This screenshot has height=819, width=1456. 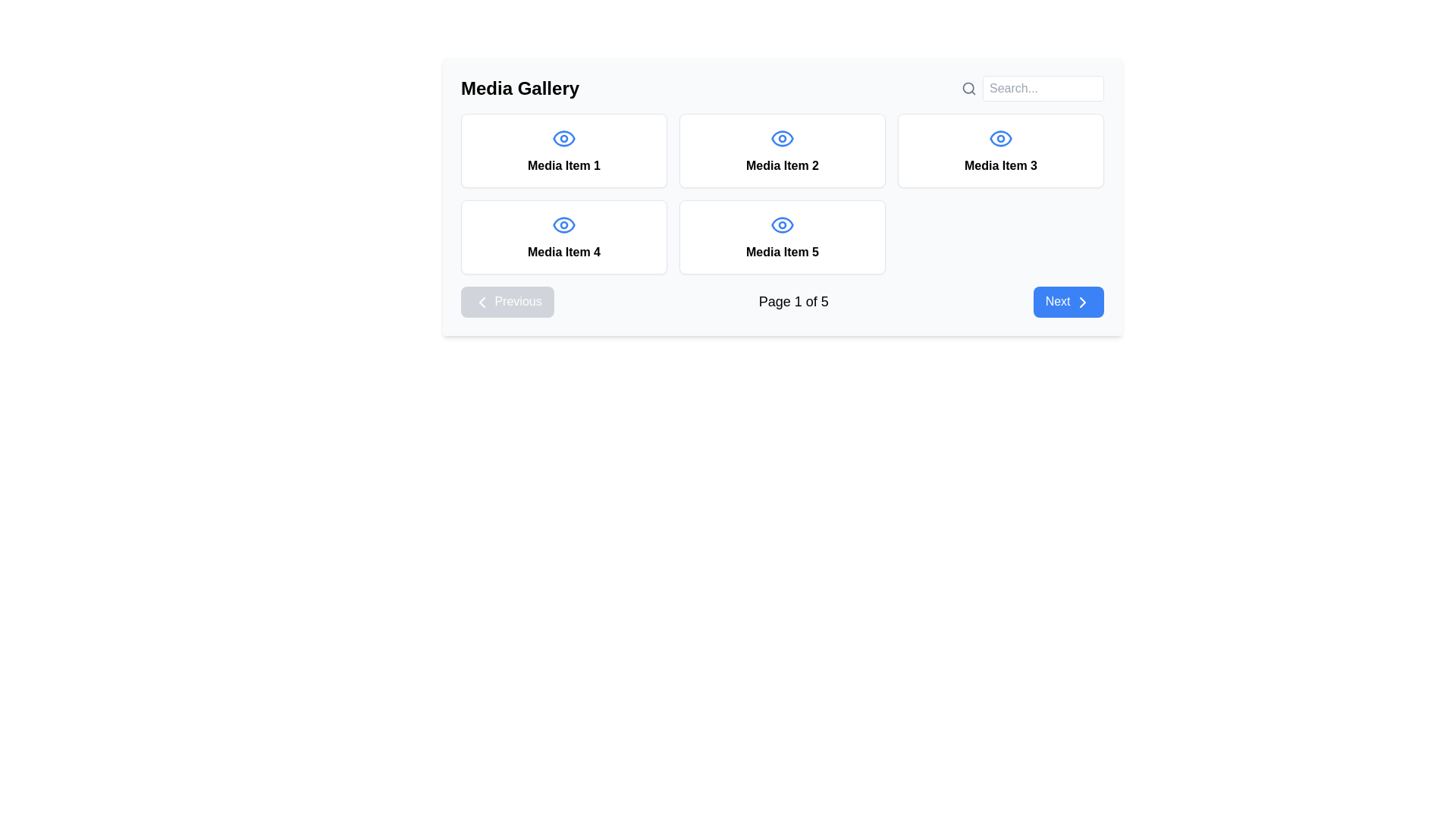 I want to click on the second card in the grid layout, which has a white background, thin grey borders, and contains the bold text 'Media Item 2' below a blue eye icon, so click(x=783, y=151).